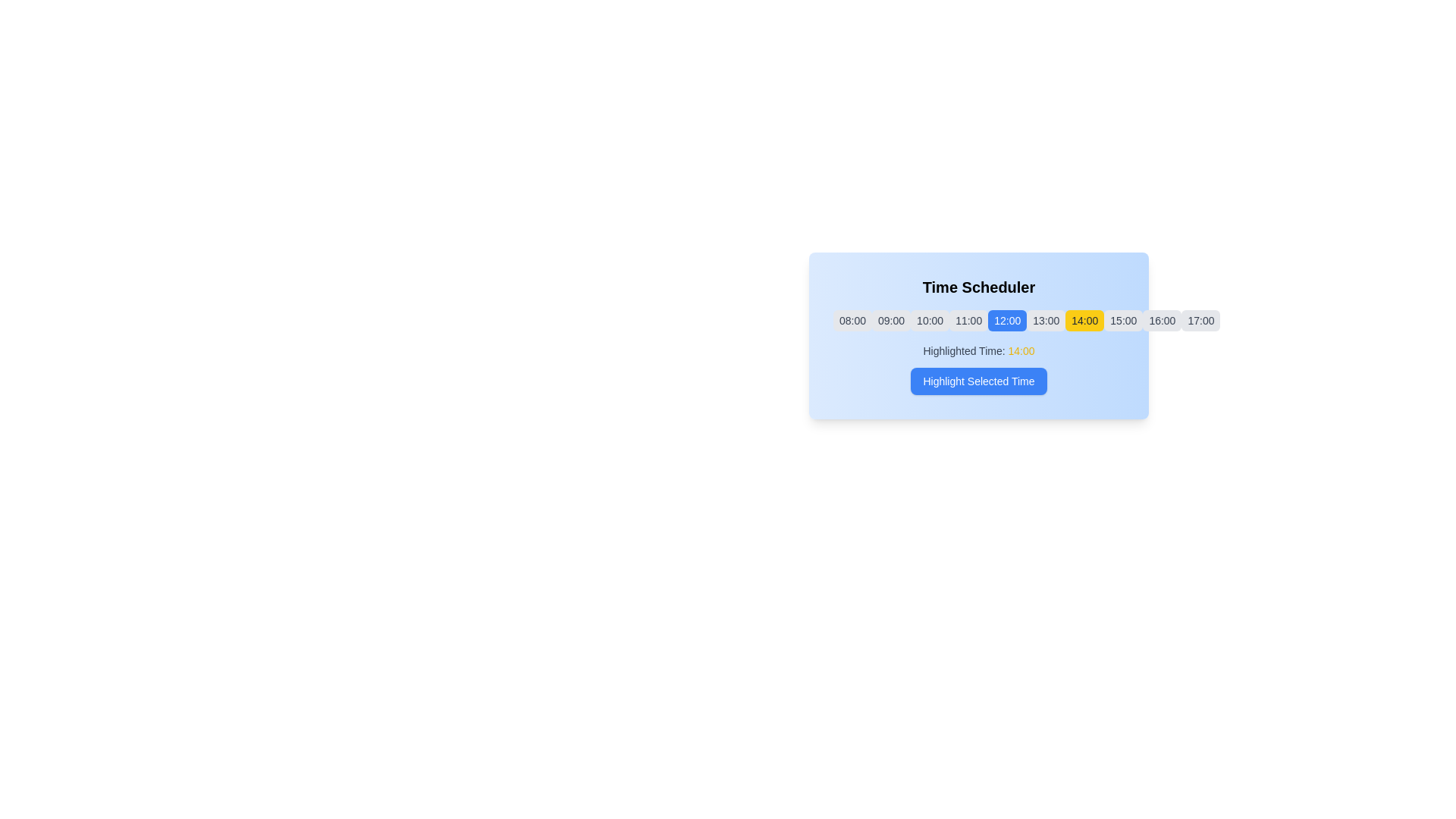 The height and width of the screenshot is (819, 1456). Describe the element at coordinates (979, 350) in the screenshot. I see `the text label displaying 'Highlighted Time: 14:00', which has the time highlighted in yellow and is positioned above the 'Highlight Selected Time' button` at that location.